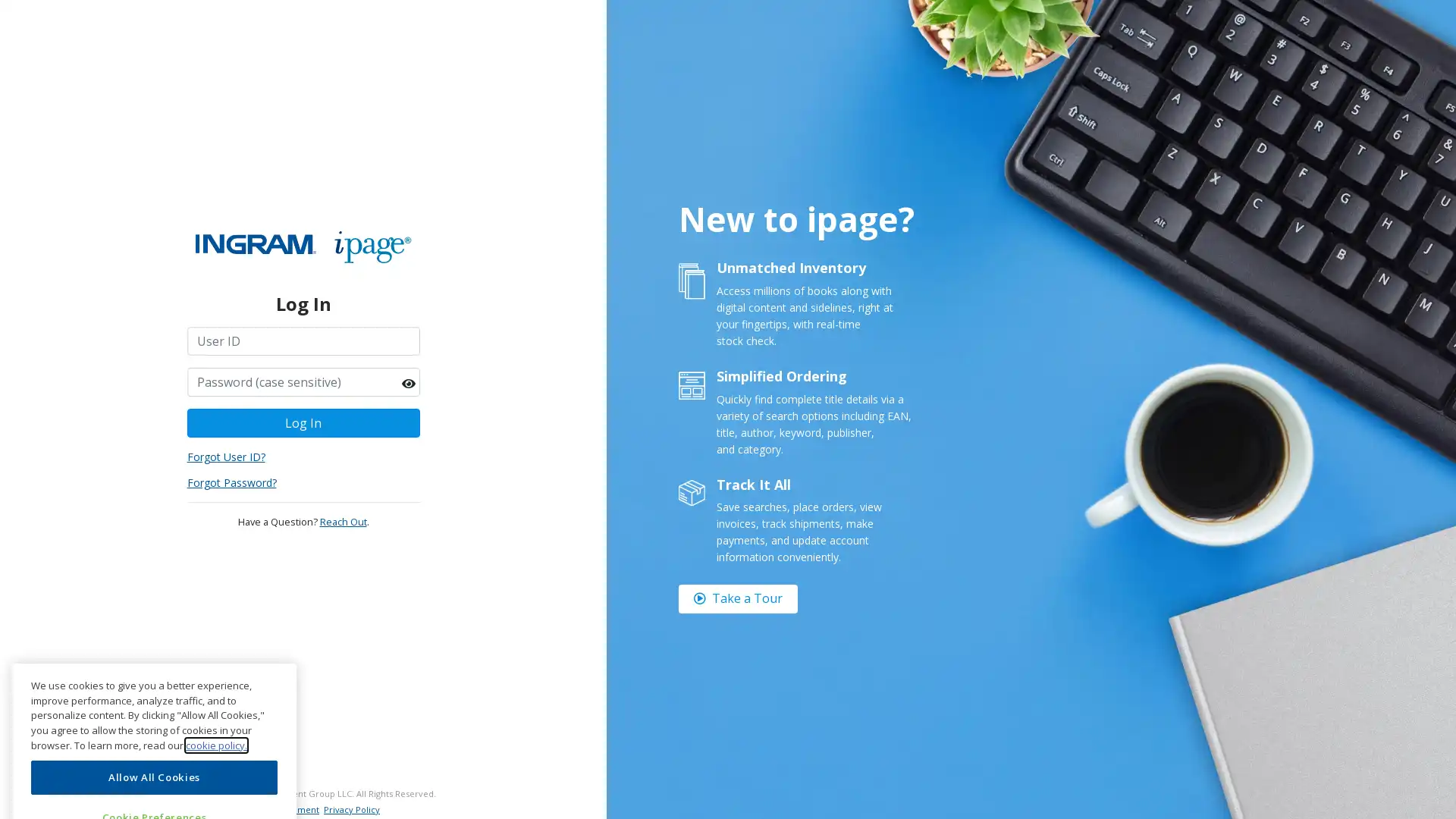  What do you see at coordinates (303, 422) in the screenshot?
I see `Log In` at bounding box center [303, 422].